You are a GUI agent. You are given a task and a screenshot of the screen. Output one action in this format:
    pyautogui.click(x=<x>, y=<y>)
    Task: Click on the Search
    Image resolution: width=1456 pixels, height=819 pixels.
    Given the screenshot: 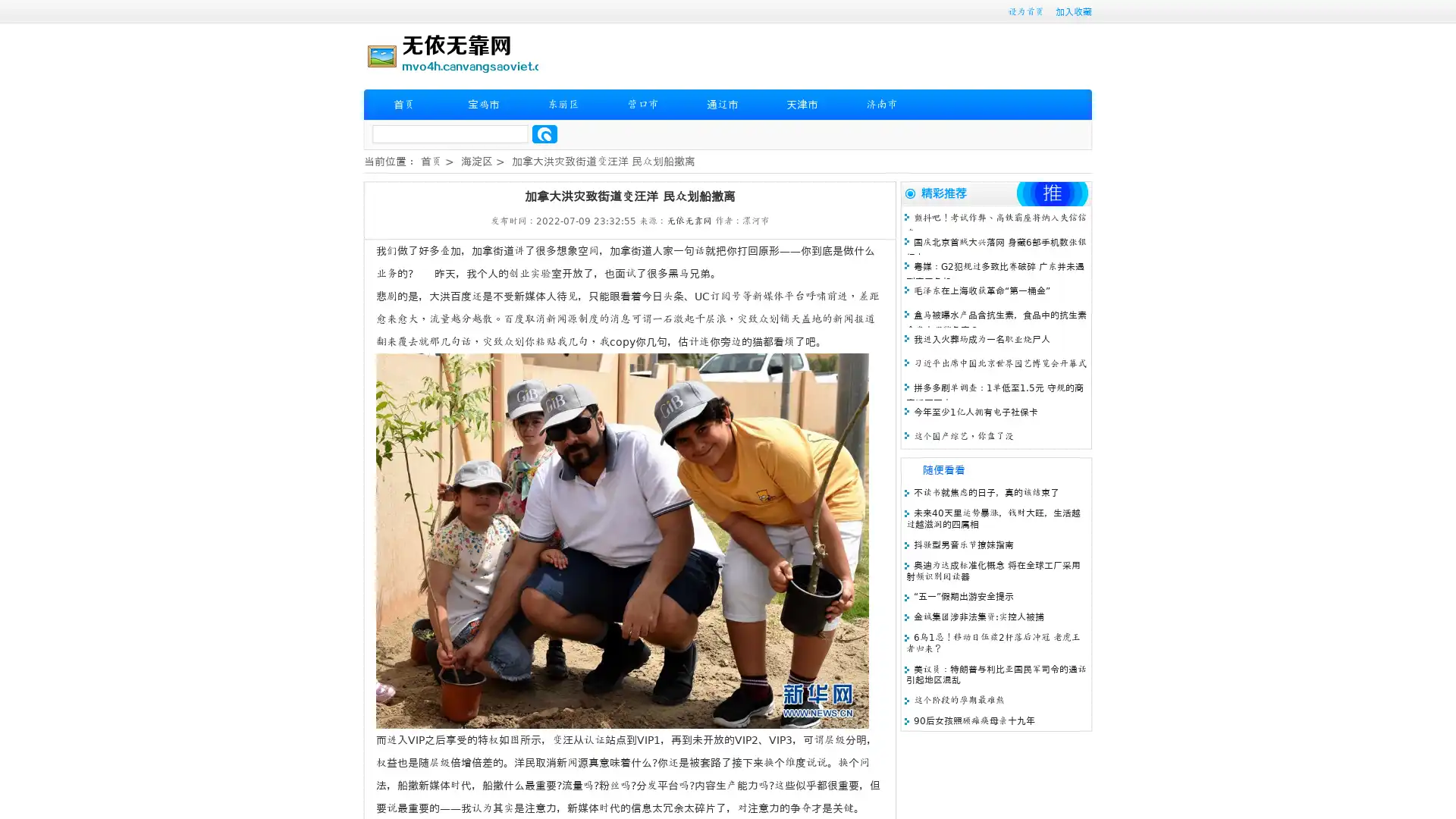 What is the action you would take?
    pyautogui.click(x=544, y=133)
    